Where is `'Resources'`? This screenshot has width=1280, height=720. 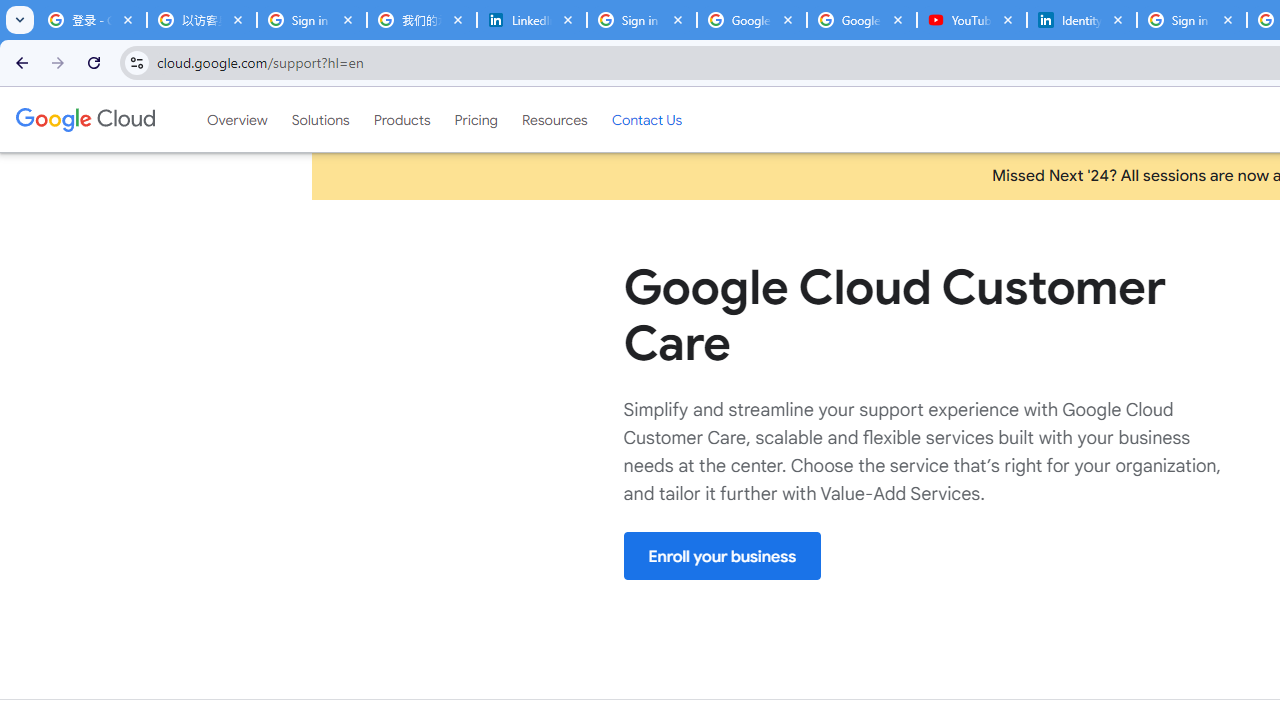
'Resources' is located at coordinates (554, 119).